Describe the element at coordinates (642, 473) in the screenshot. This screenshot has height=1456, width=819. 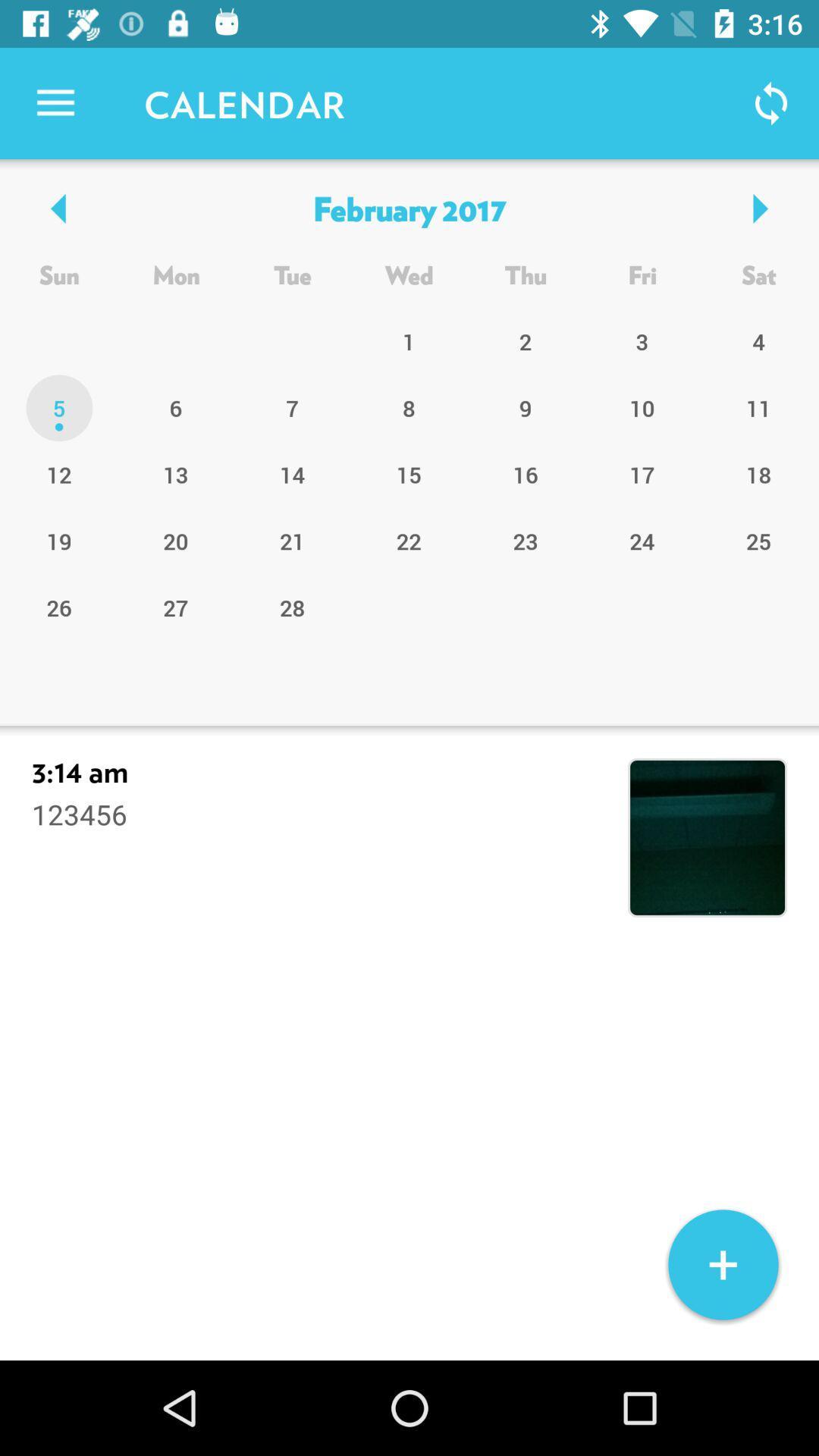
I see `icon above 23` at that location.